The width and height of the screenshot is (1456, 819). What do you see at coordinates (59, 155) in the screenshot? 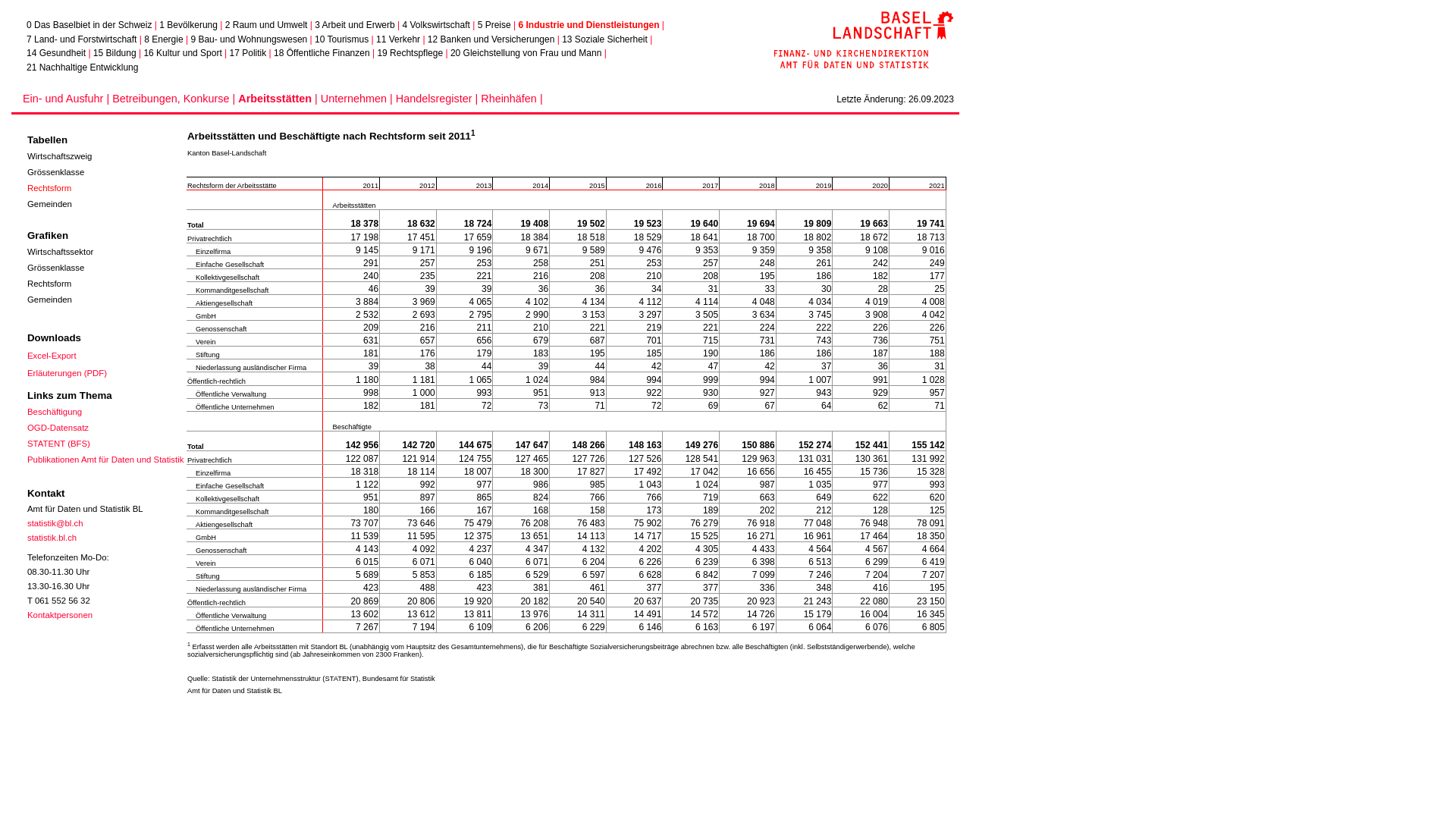
I see `'Wirtschaftszweig'` at bounding box center [59, 155].